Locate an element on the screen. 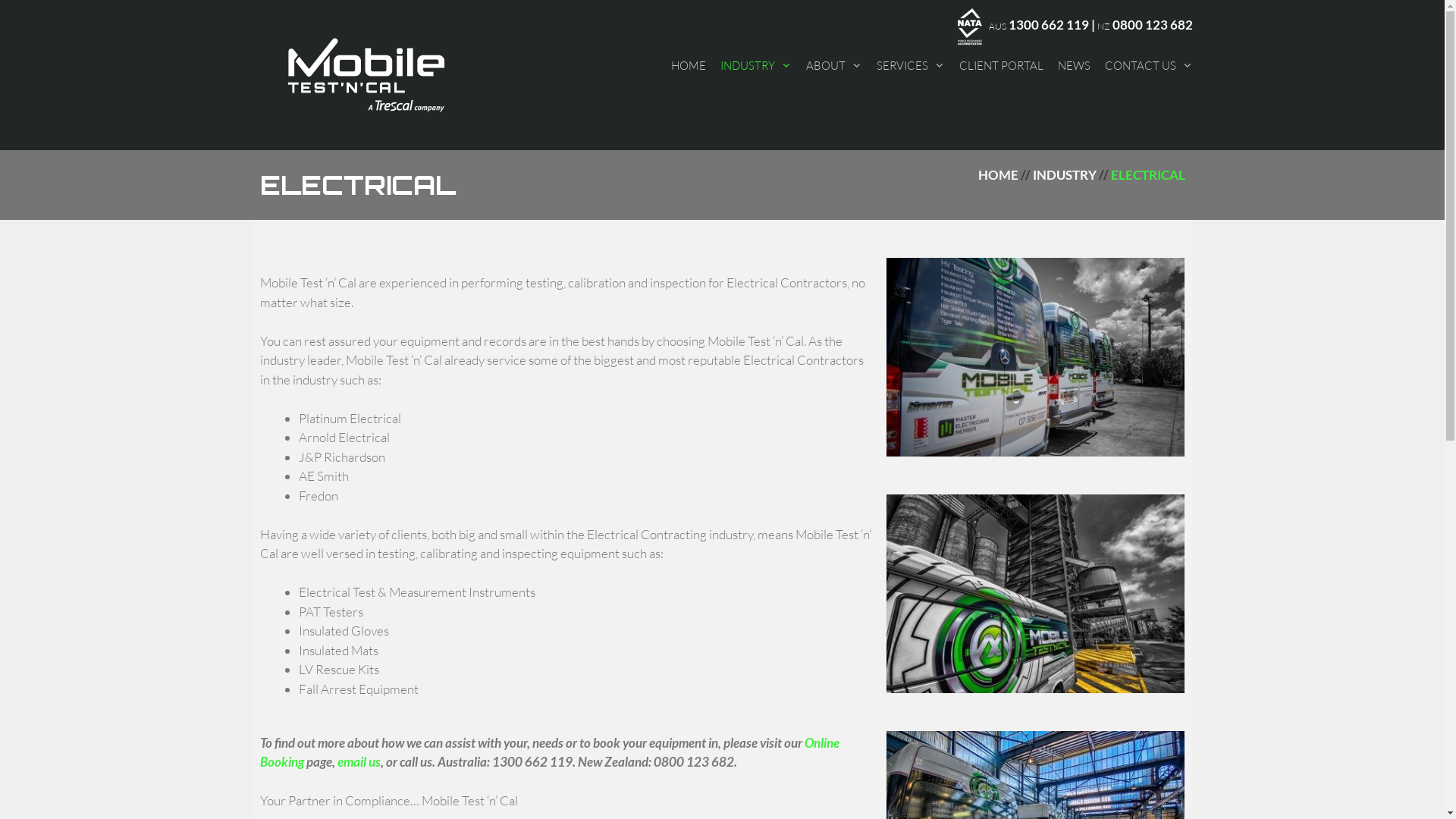 The image size is (1456, 819). 'HOME' is located at coordinates (998, 174).